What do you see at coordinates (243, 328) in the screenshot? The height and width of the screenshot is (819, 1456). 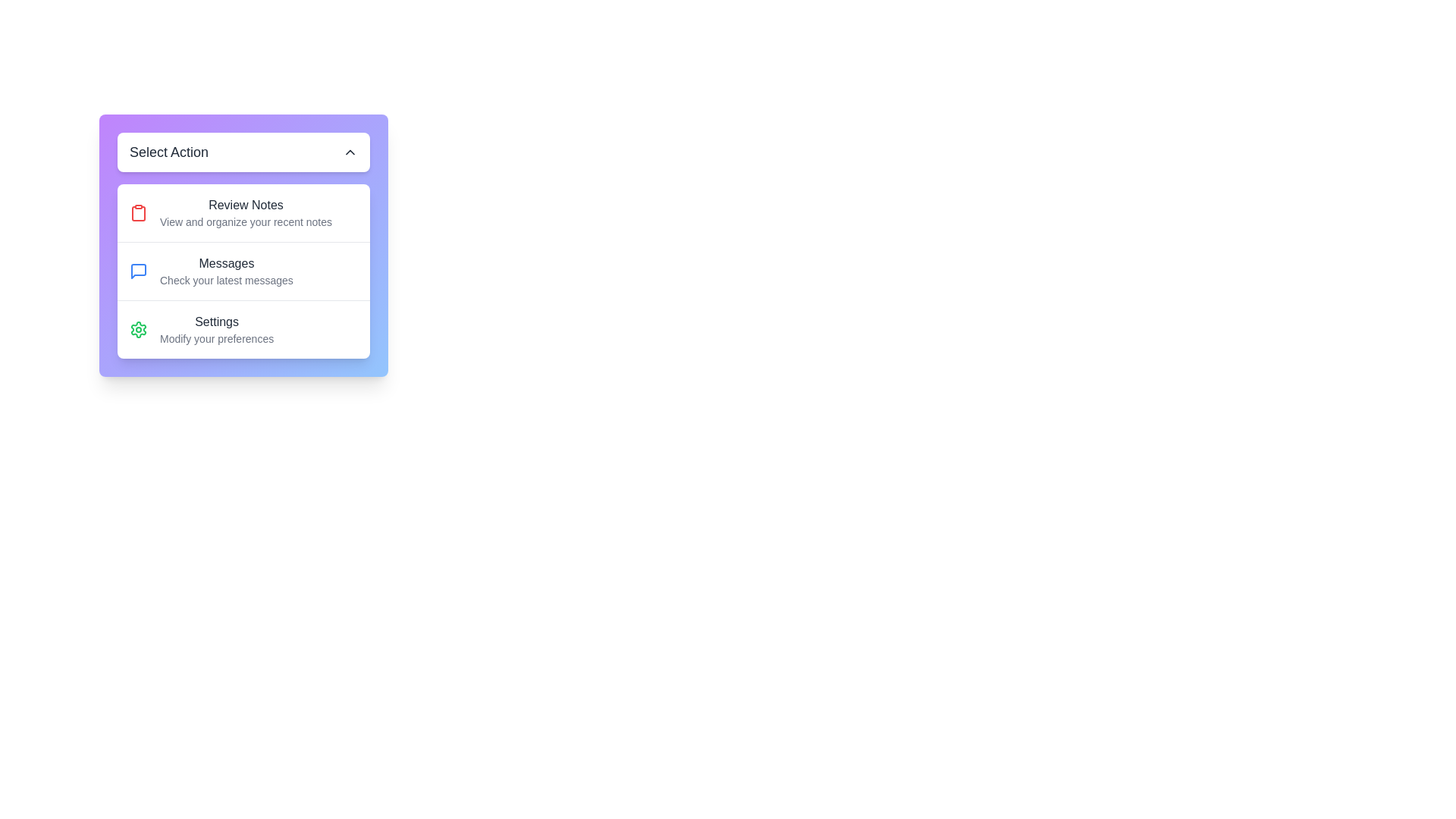 I see `the clickable menu item labeled 'Settings', which features a green gear icon and text that reads 'Modify your preferences'. This element is the third option in a vertically stacked group under 'Select Action'` at bounding box center [243, 328].